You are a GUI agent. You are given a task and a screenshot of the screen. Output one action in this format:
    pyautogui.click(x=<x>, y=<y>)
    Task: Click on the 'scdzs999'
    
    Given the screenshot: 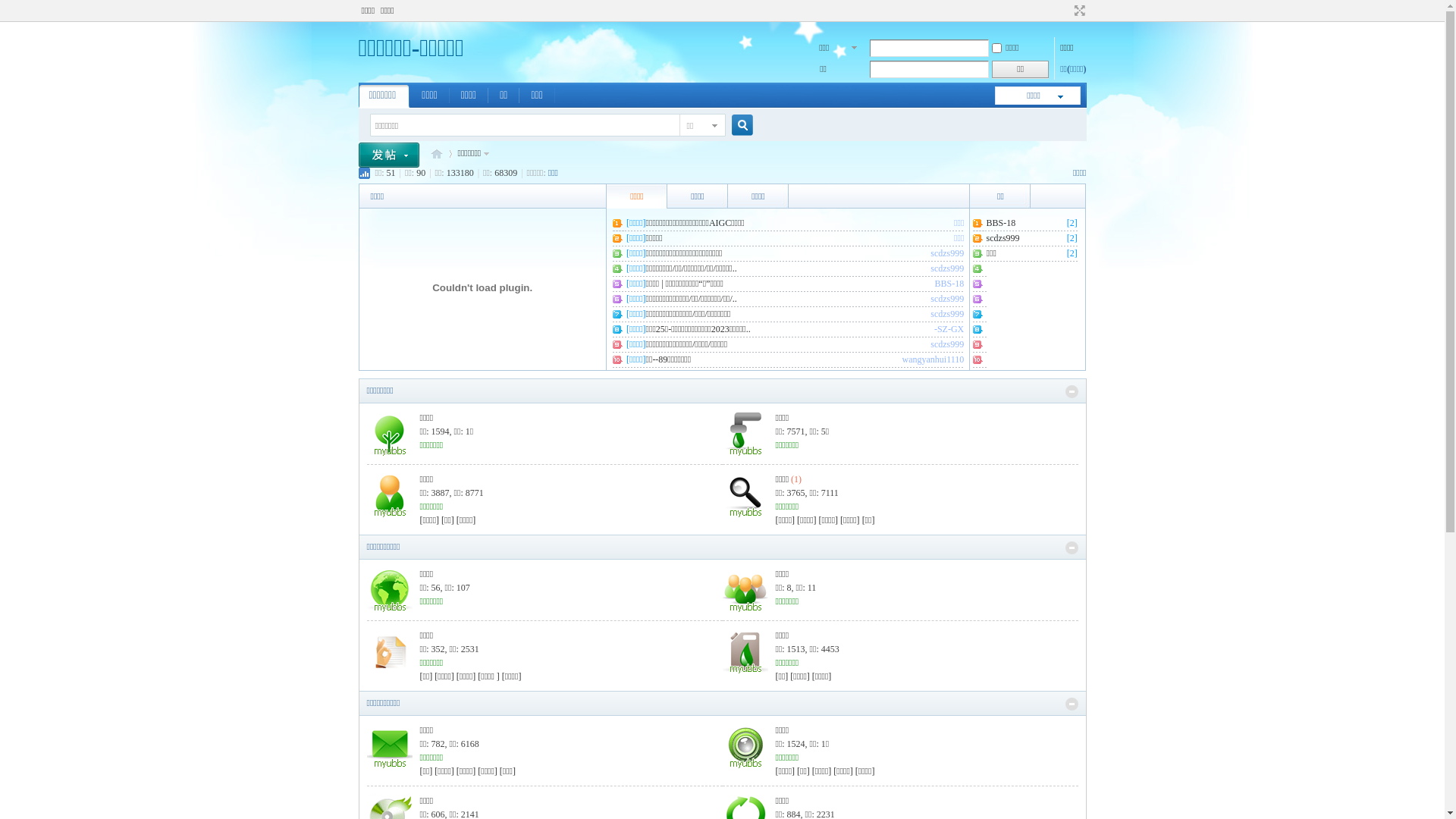 What is the action you would take?
    pyautogui.click(x=986, y=237)
    